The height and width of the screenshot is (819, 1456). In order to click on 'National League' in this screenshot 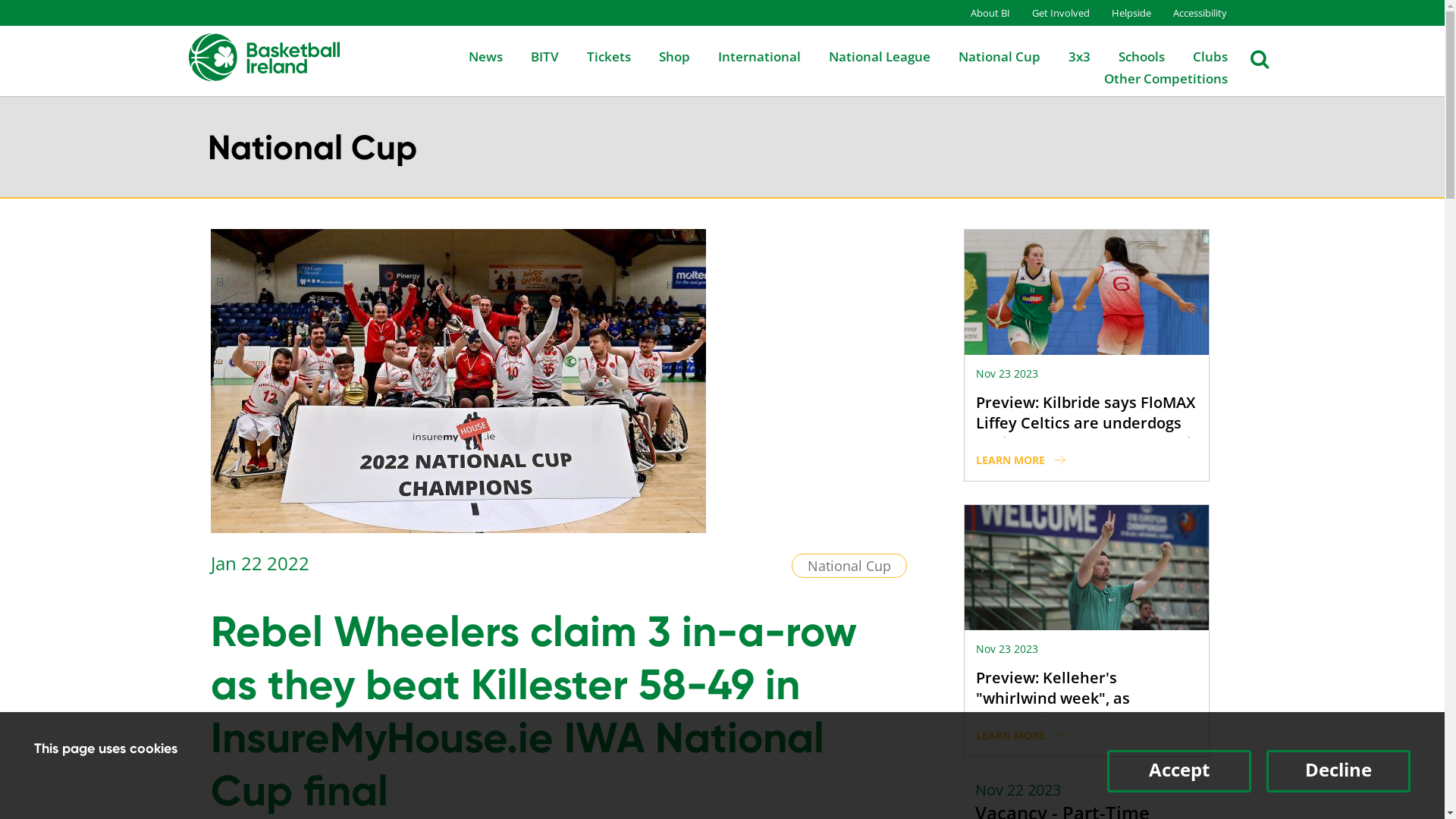, I will do `click(866, 55)`.